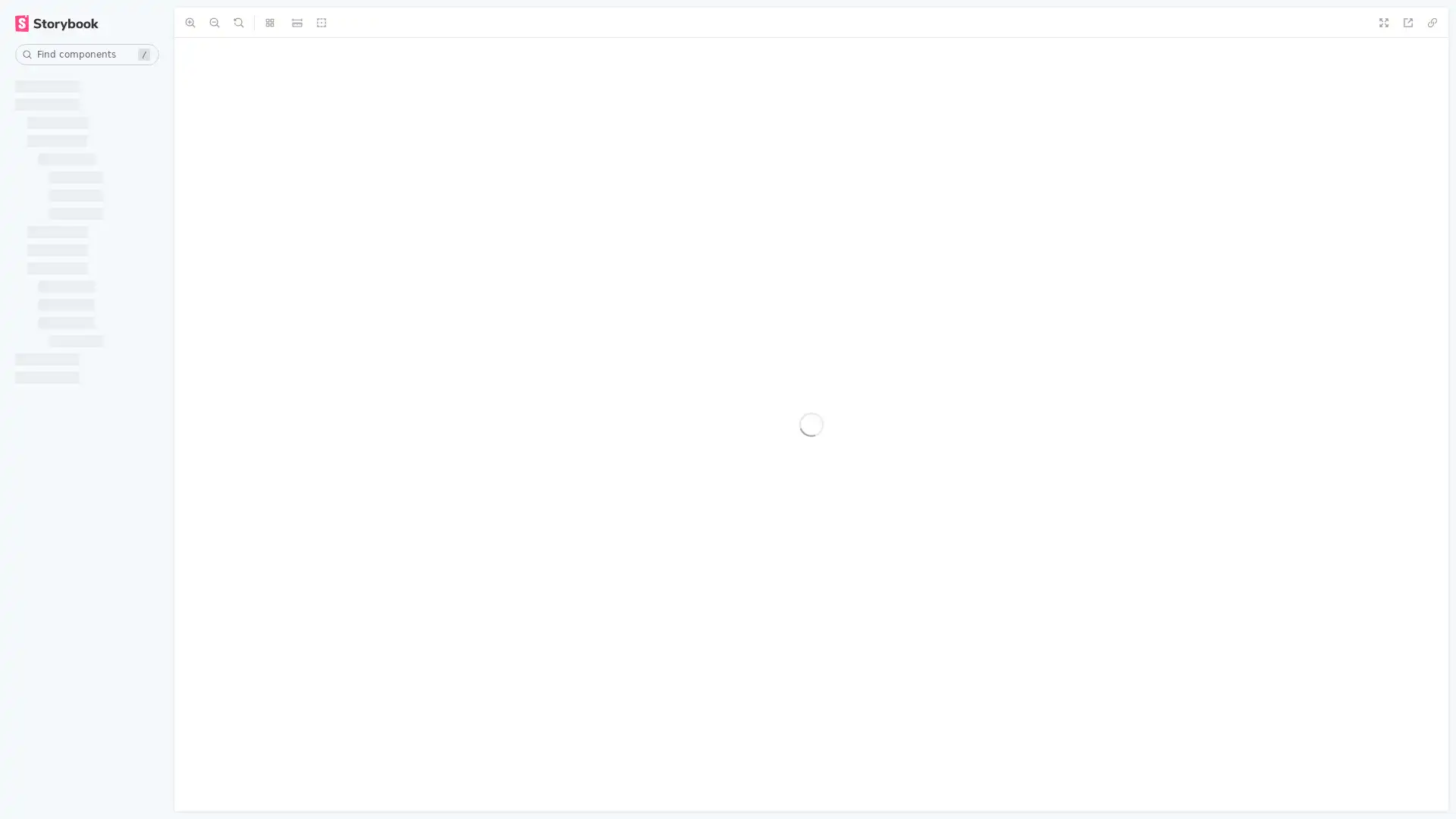 This screenshot has width=1456, height=819. What do you see at coordinates (75, 127) in the screenshot?
I see `INTERNAL STORIES` at bounding box center [75, 127].